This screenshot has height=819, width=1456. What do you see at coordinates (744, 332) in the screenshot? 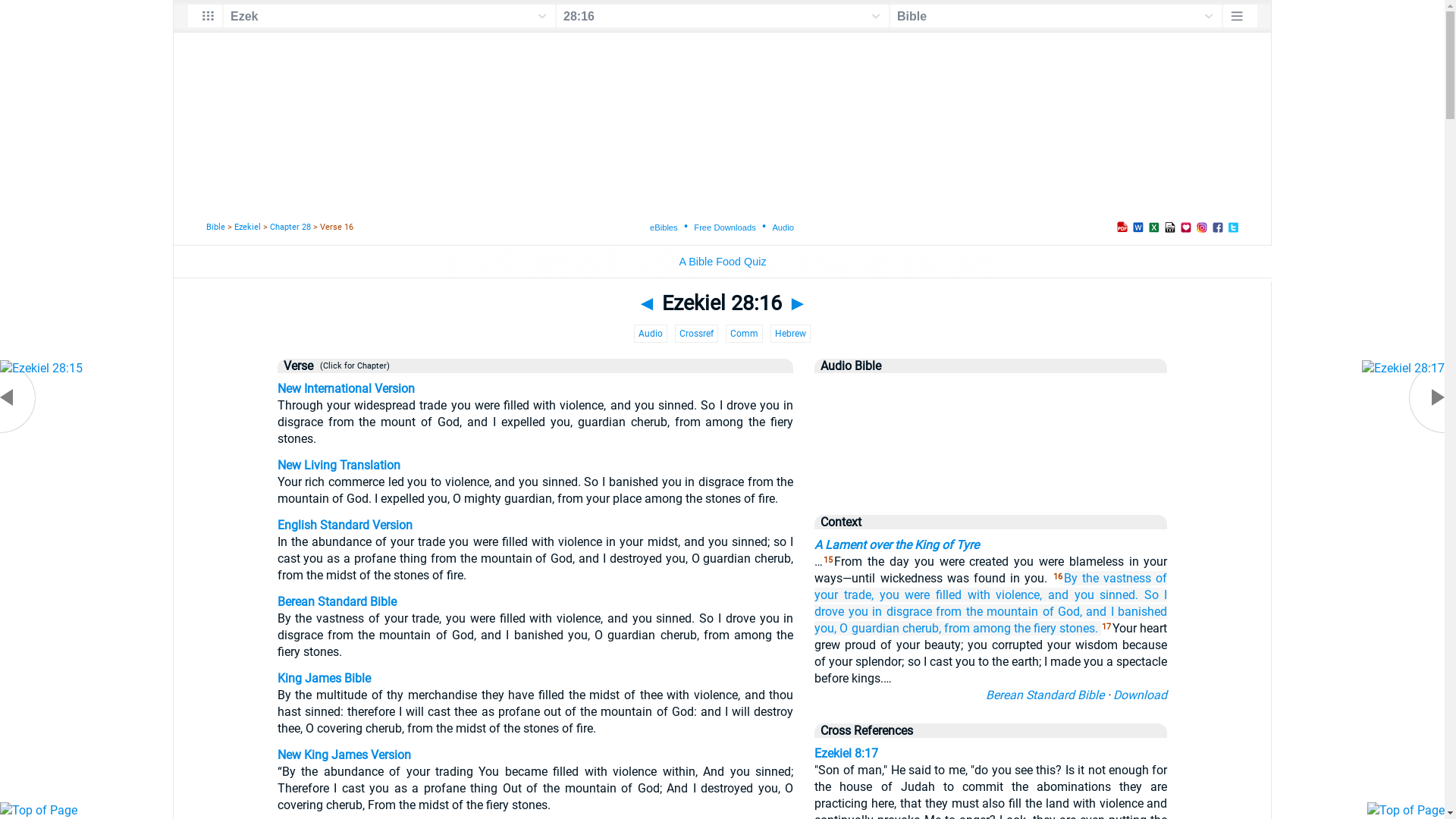
I see `' Comm '` at bounding box center [744, 332].